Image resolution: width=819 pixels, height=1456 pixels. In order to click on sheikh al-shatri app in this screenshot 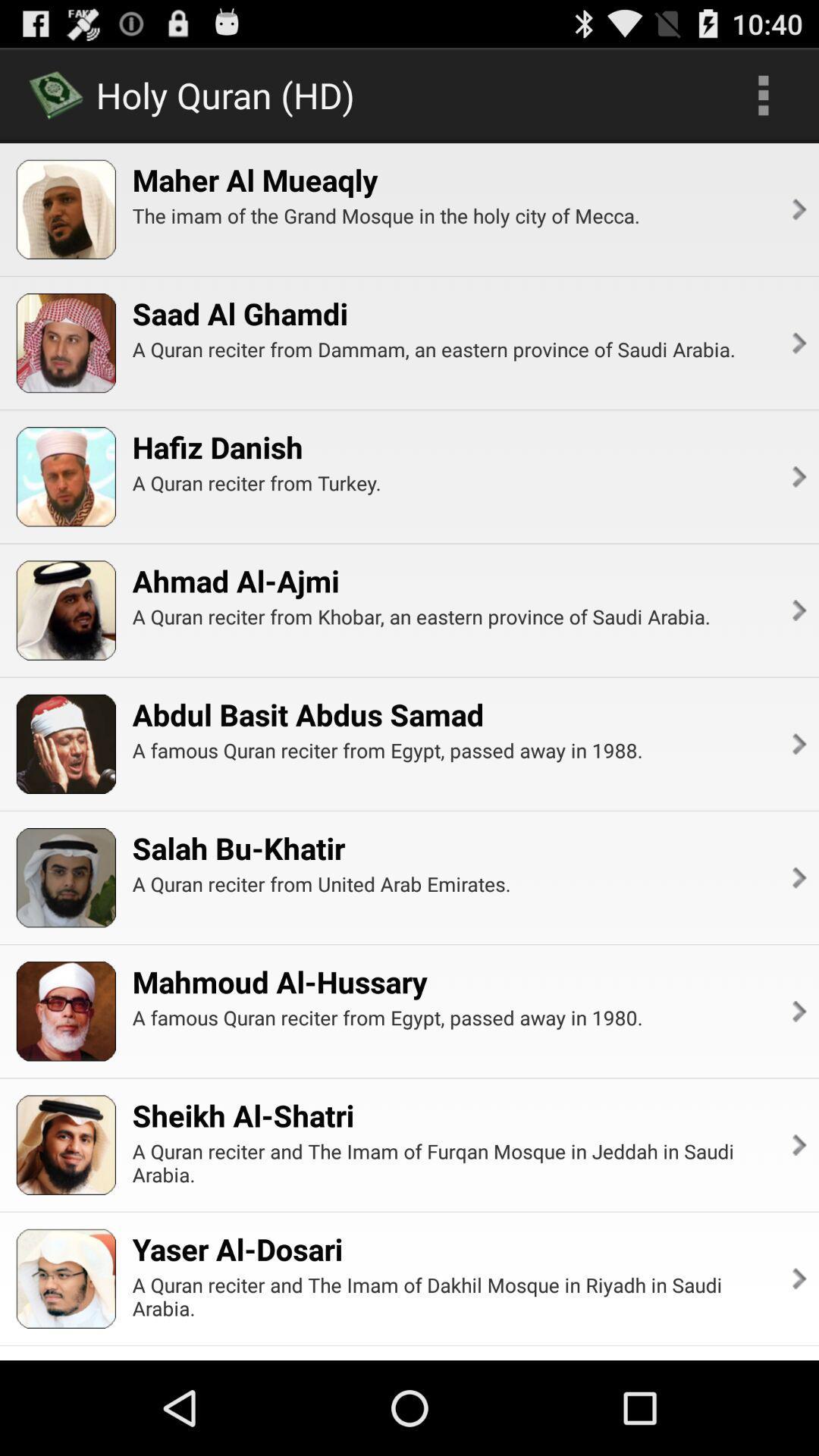, I will do `click(242, 1116)`.